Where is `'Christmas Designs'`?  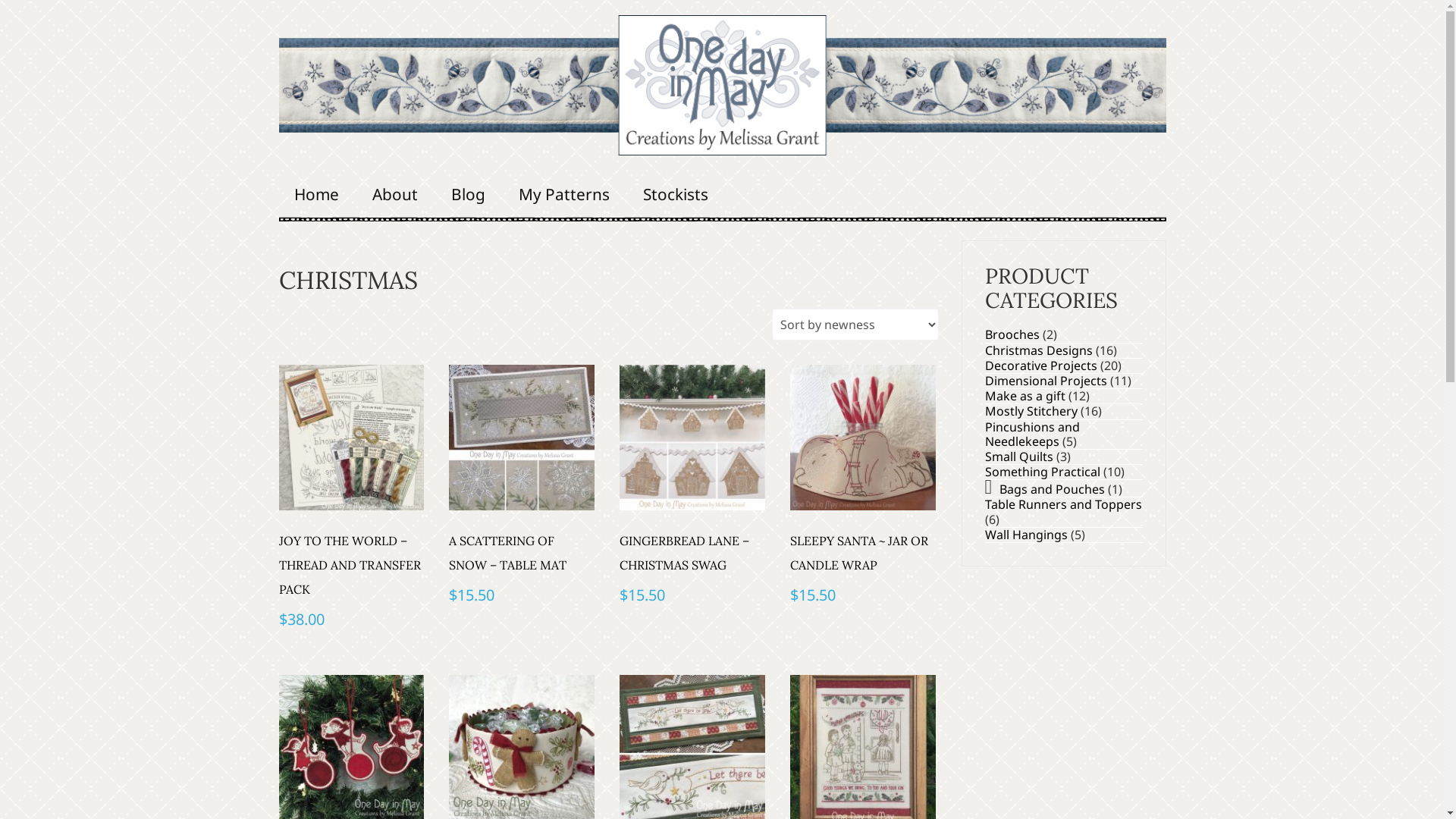 'Christmas Designs' is located at coordinates (1037, 350).